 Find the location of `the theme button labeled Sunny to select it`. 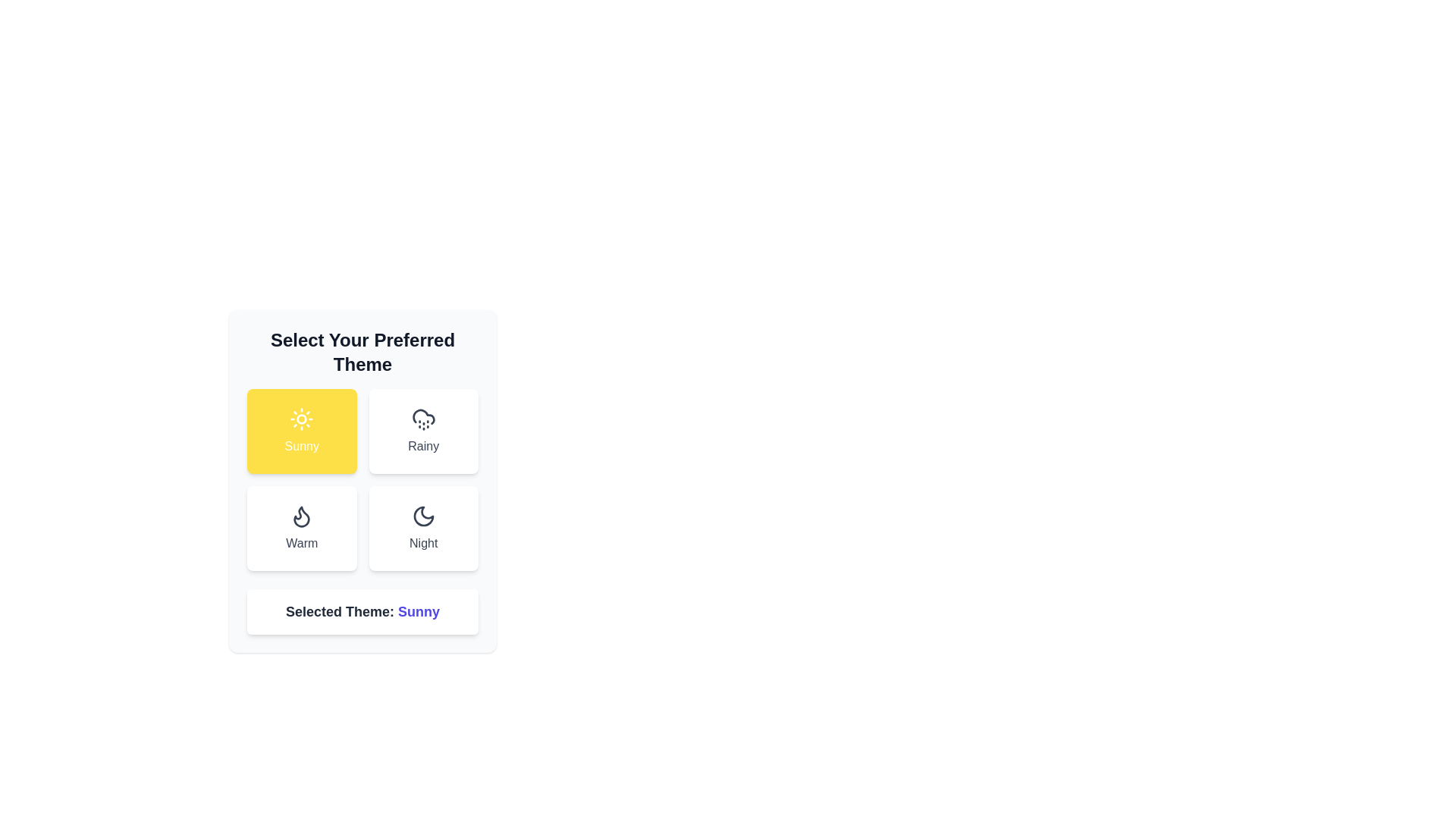

the theme button labeled Sunny to select it is located at coordinates (302, 431).